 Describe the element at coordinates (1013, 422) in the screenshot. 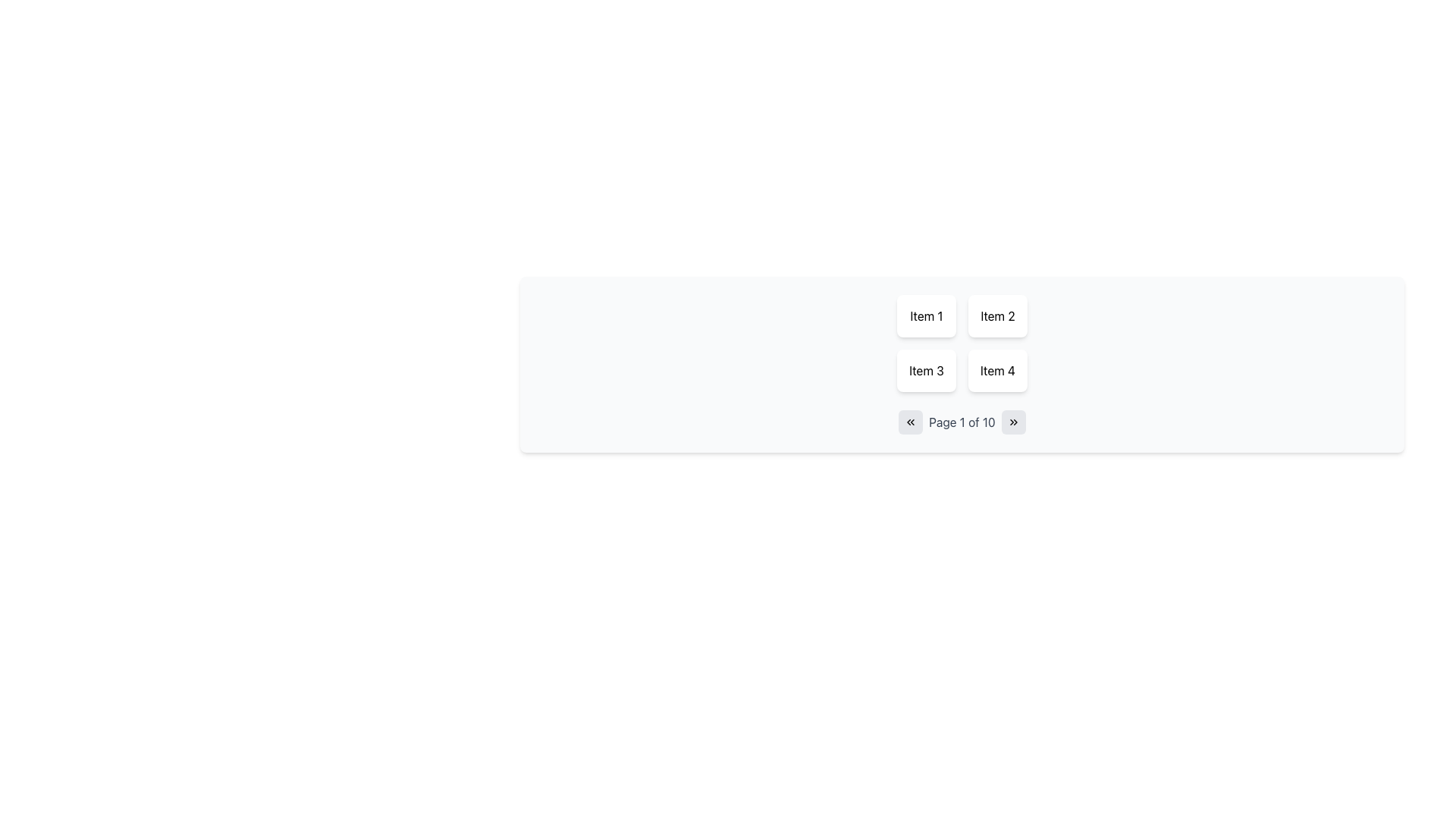

I see `the navigation button to proceed to the next page, located at the far right of the pagination controls, next to the page number display` at that location.